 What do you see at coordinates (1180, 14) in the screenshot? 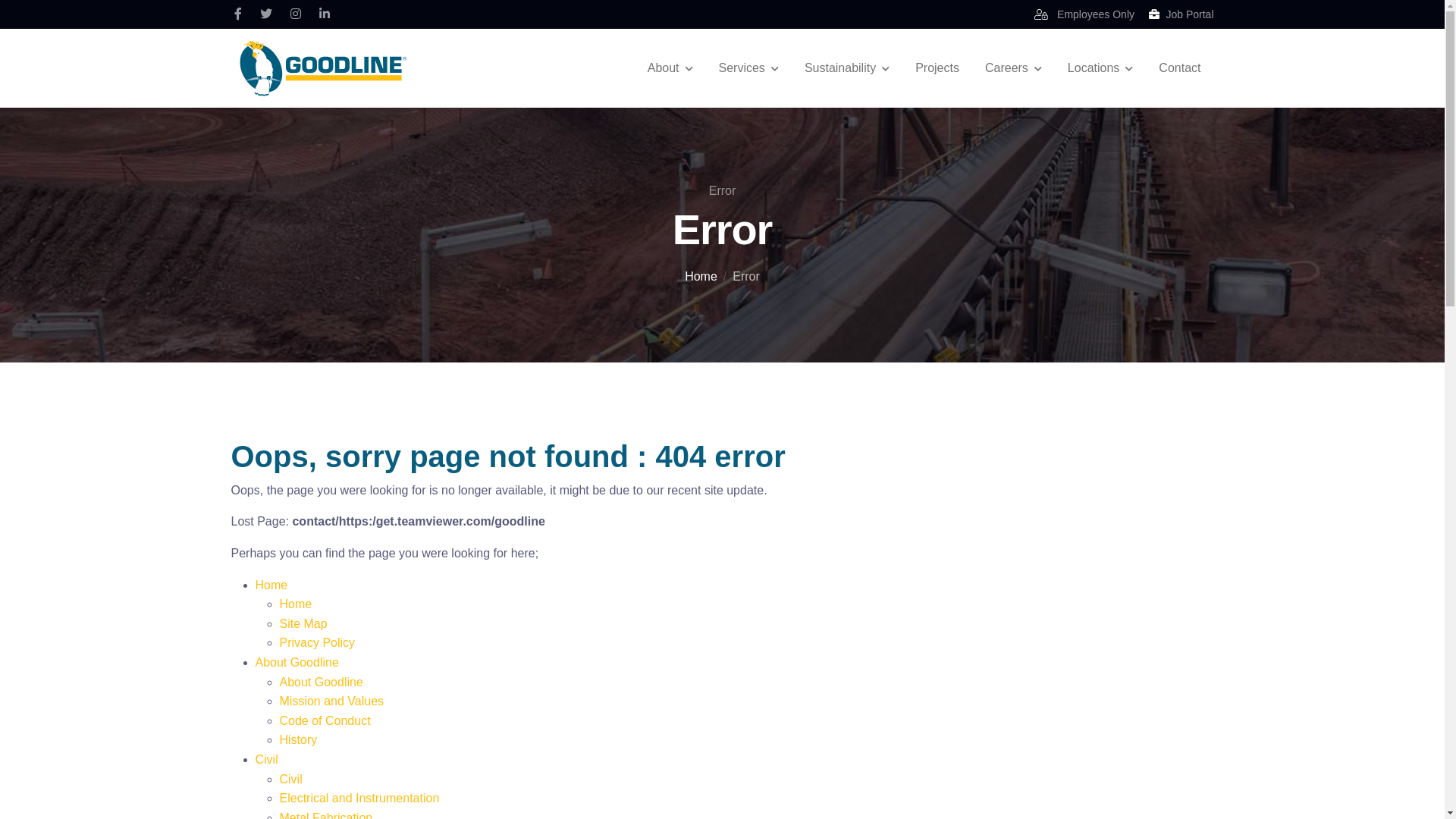
I see `'Job Portal'` at bounding box center [1180, 14].